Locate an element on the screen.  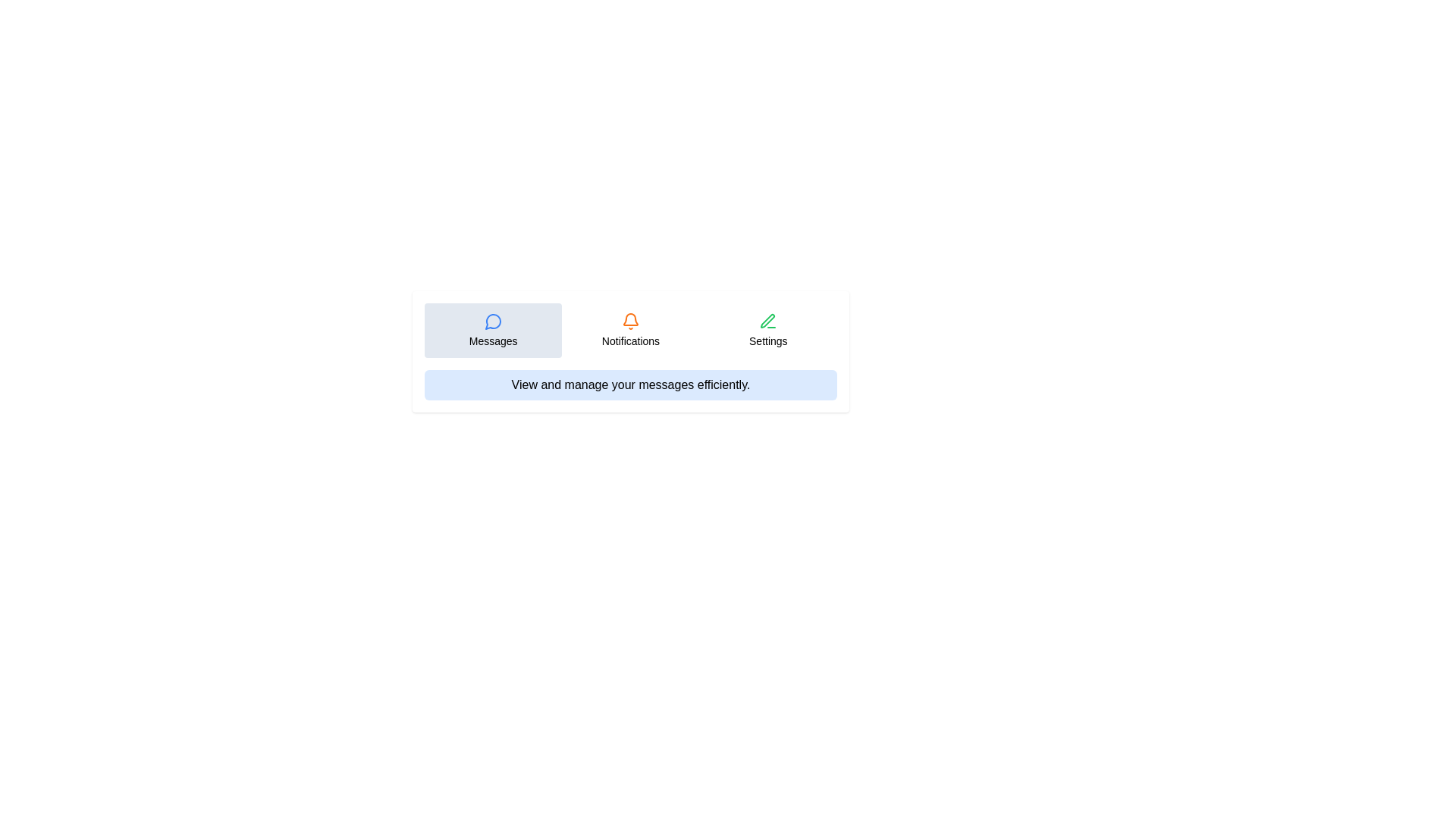
the tab labeled Messages is located at coordinates (492, 329).